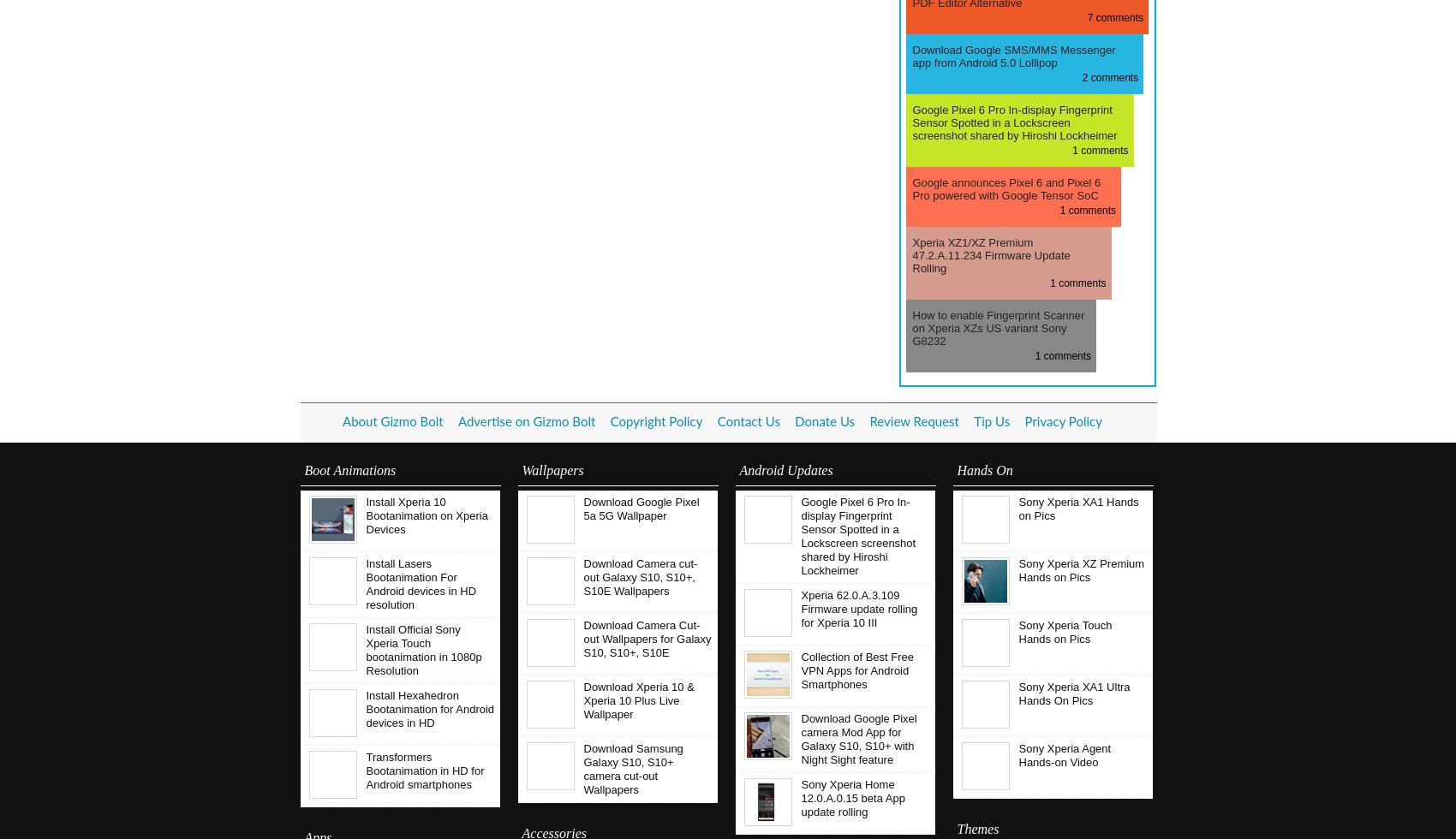 The image size is (1456, 839). What do you see at coordinates (1062, 422) in the screenshot?
I see `'Privacy Policy'` at bounding box center [1062, 422].